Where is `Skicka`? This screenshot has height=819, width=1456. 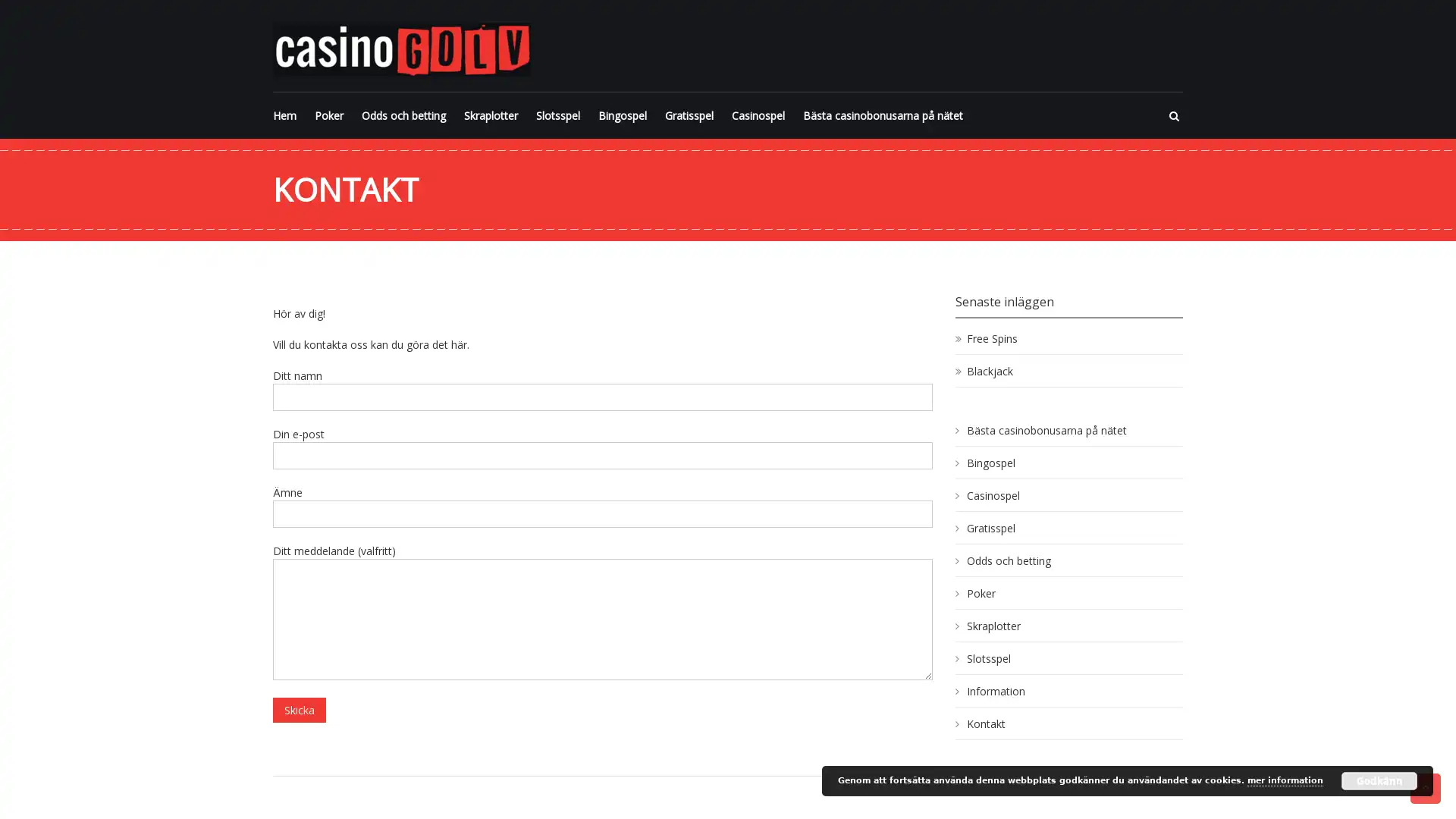
Skicka is located at coordinates (299, 710).